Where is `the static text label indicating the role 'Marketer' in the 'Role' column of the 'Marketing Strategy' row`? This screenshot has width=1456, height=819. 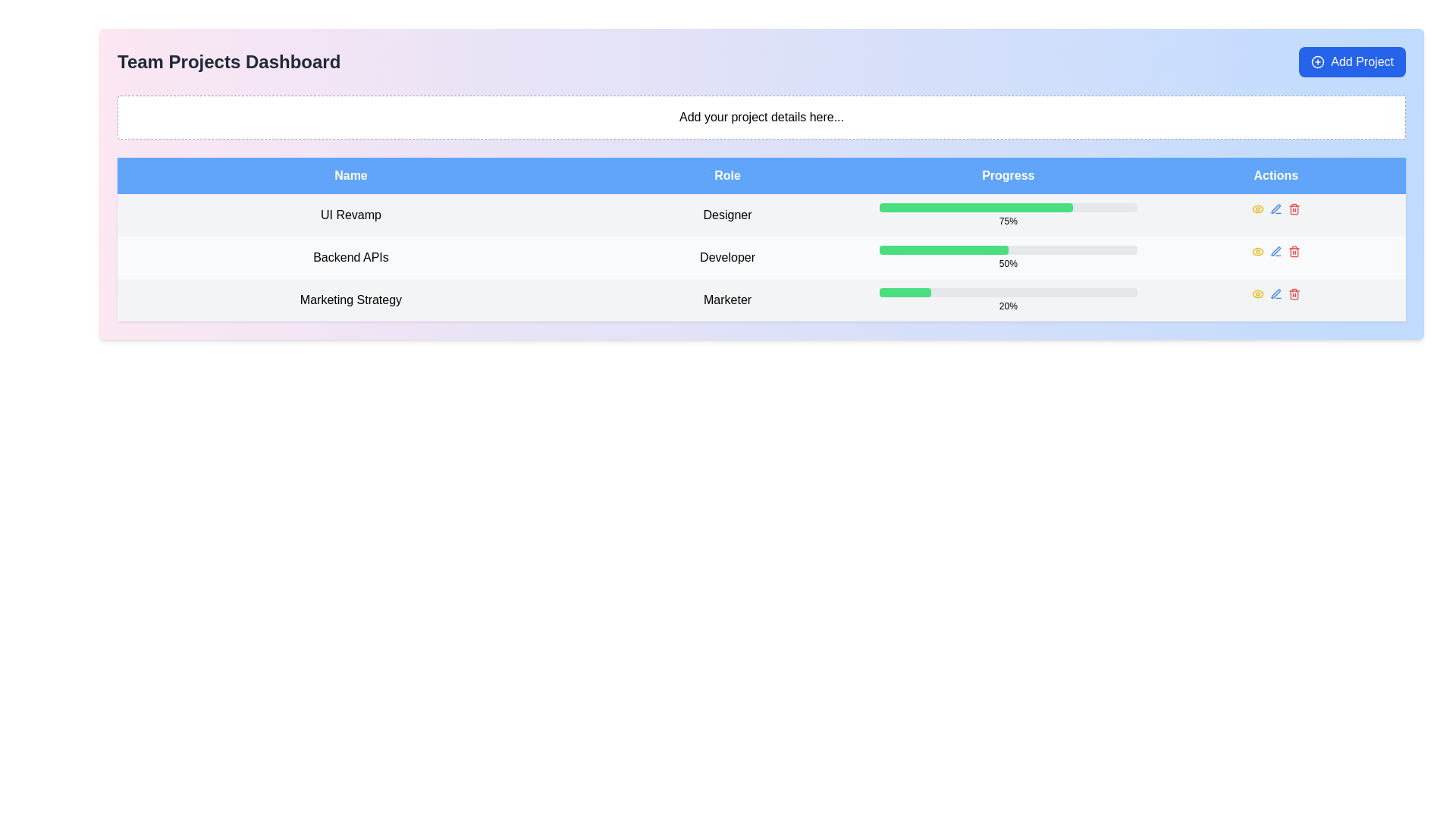 the static text label indicating the role 'Marketer' in the 'Role' column of the 'Marketing Strategy' row is located at coordinates (726, 300).